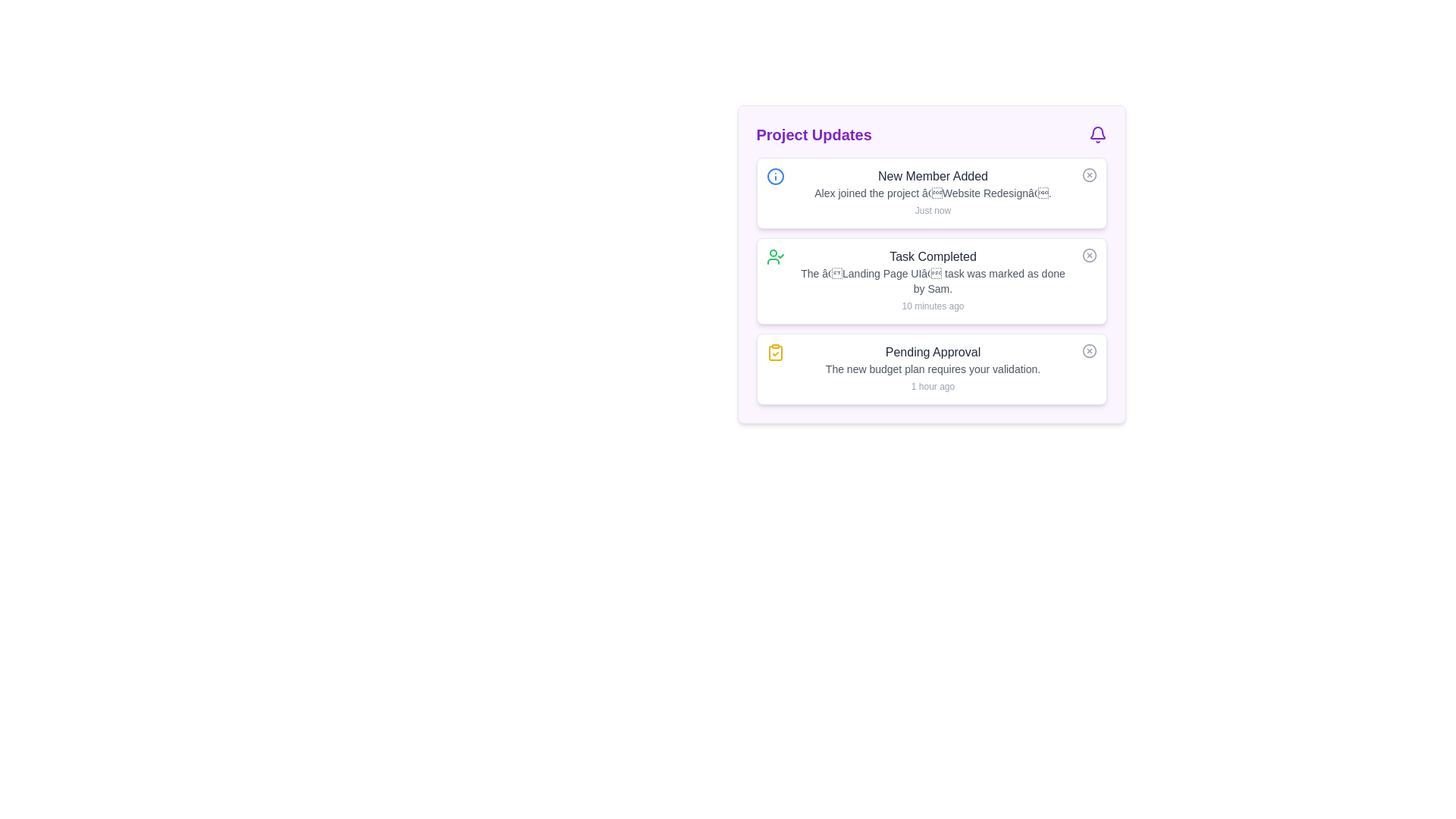 The width and height of the screenshot is (1456, 819). What do you see at coordinates (932, 210) in the screenshot?
I see `the timestamp text element that states 'Just now', located at the bottom of the notification block for 'New Member Added'` at bounding box center [932, 210].